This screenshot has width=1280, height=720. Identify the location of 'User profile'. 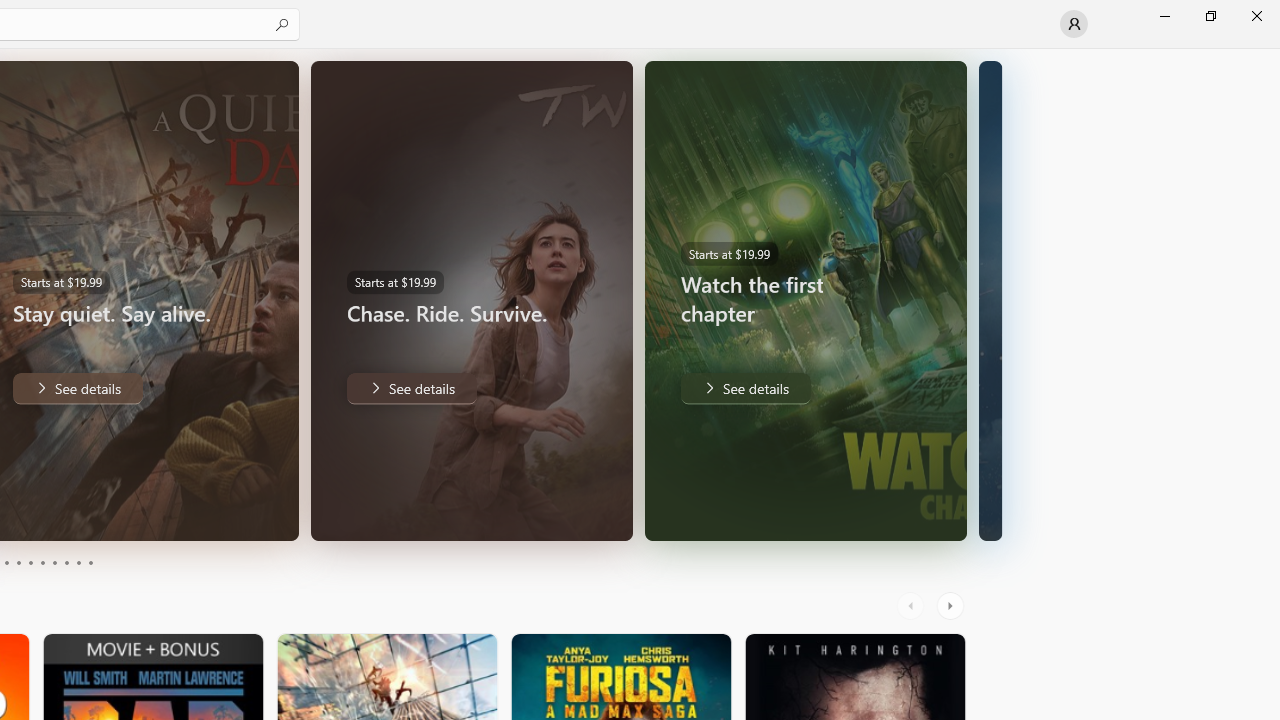
(1072, 24).